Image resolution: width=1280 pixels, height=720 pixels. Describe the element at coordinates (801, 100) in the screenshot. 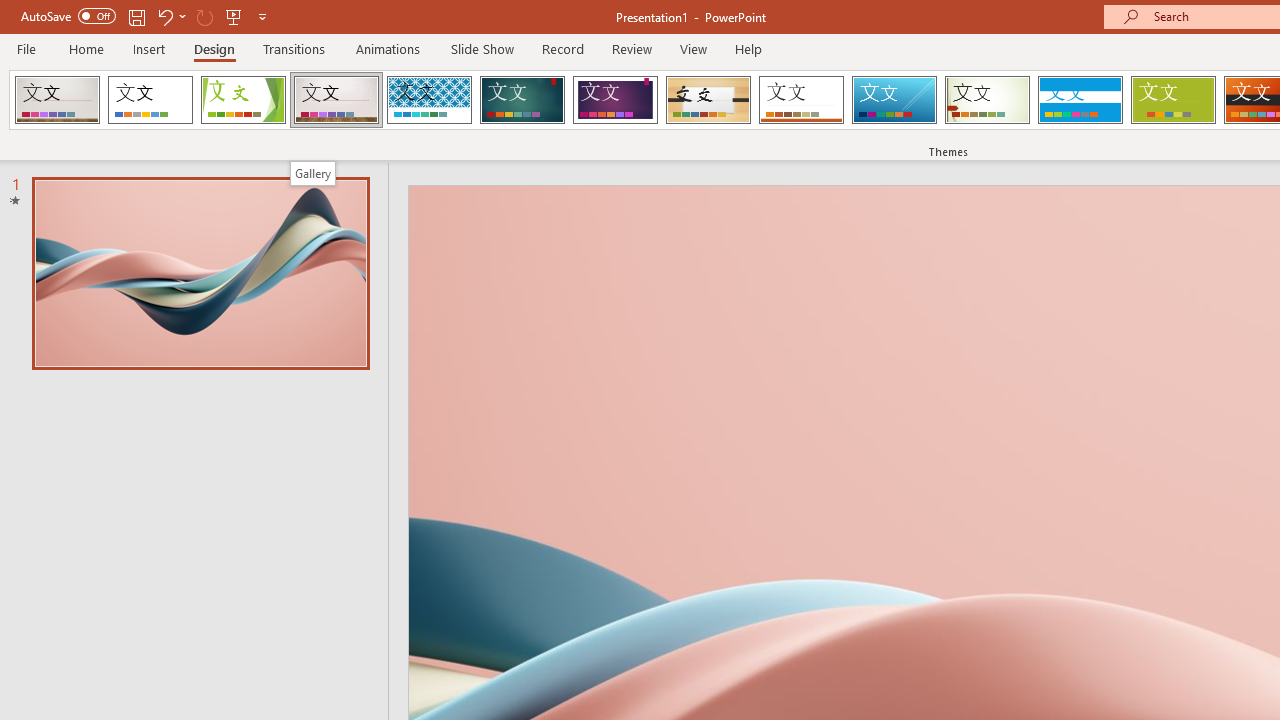

I see `'Retrospect'` at that location.